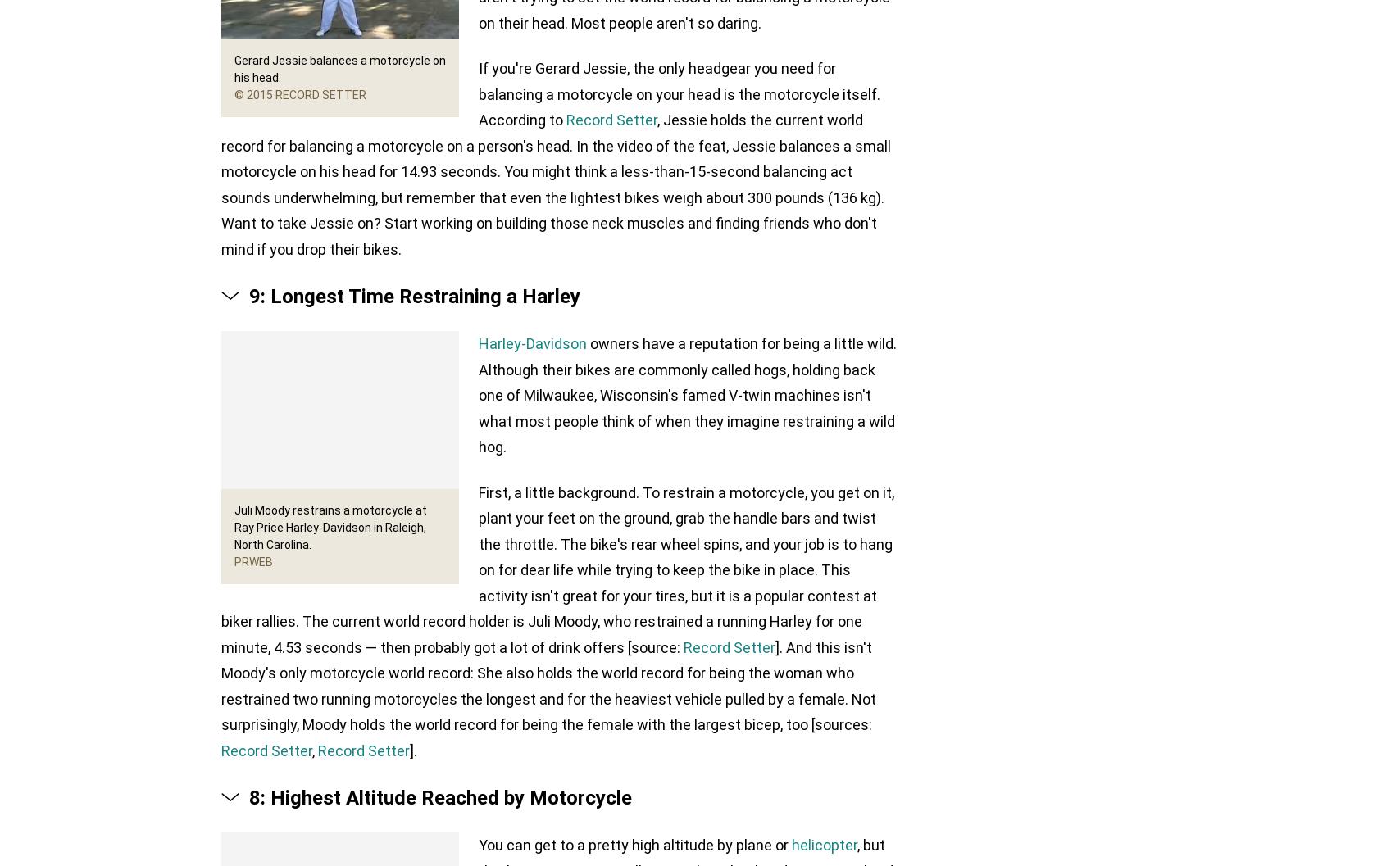 This screenshot has height=866, width=1400. I want to click on 'First, a little background. To restrain a motorcycle, you get on it, plant your feet on the ground, grab the handle bars and twist the throttle. The bike's rear wheel spins, and your job is to hang on for dear life while trying to keep the bike in place. This activity isn't great for your tires, but it is a popular contest at biker rallies. The current world record holder is Juli Moody, who restrained a running Harley for one minute, 4.53 seconds — then probably got a lot of drink offers [source:', so click(221, 568).